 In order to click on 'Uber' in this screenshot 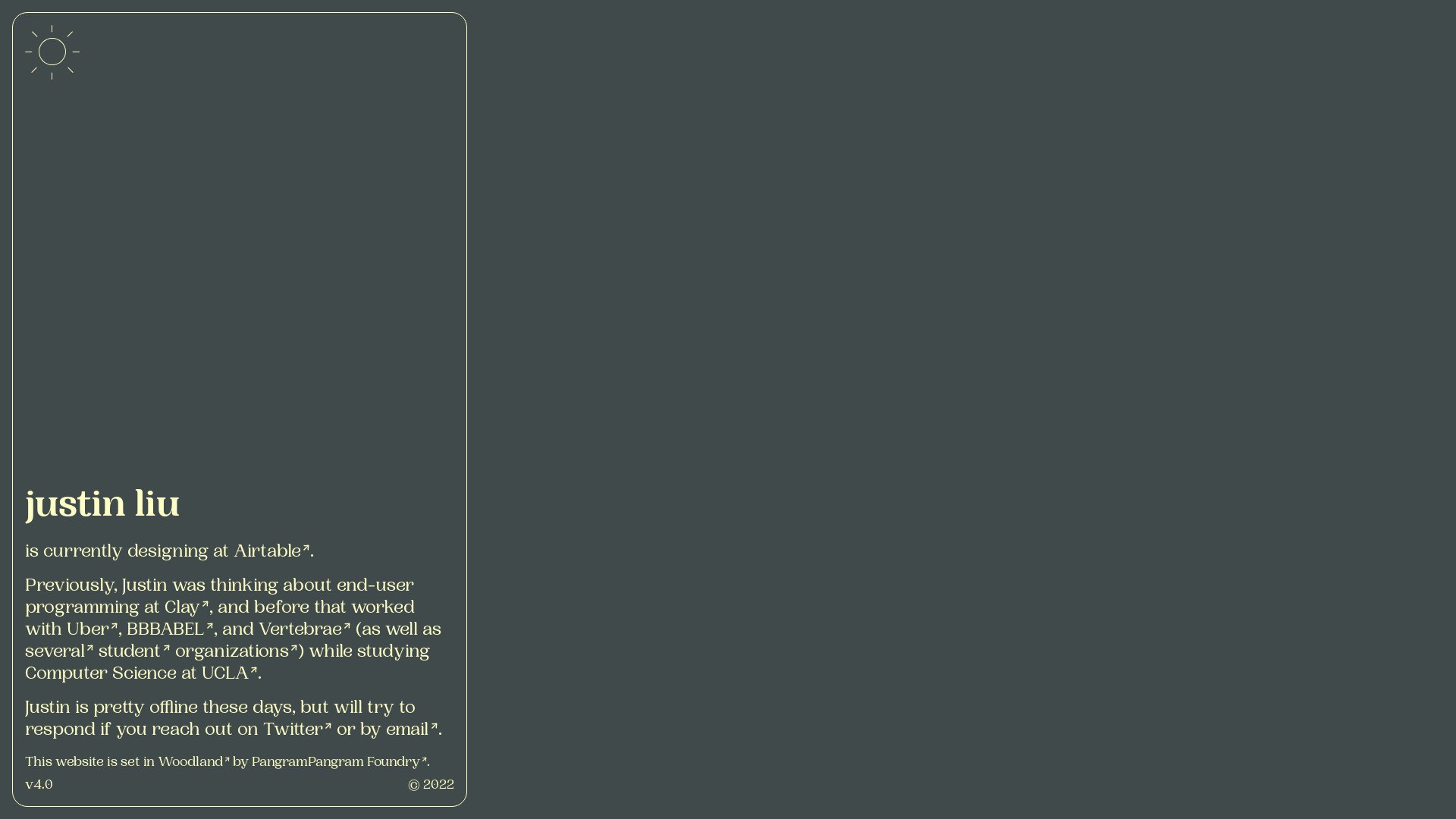, I will do `click(91, 631)`.